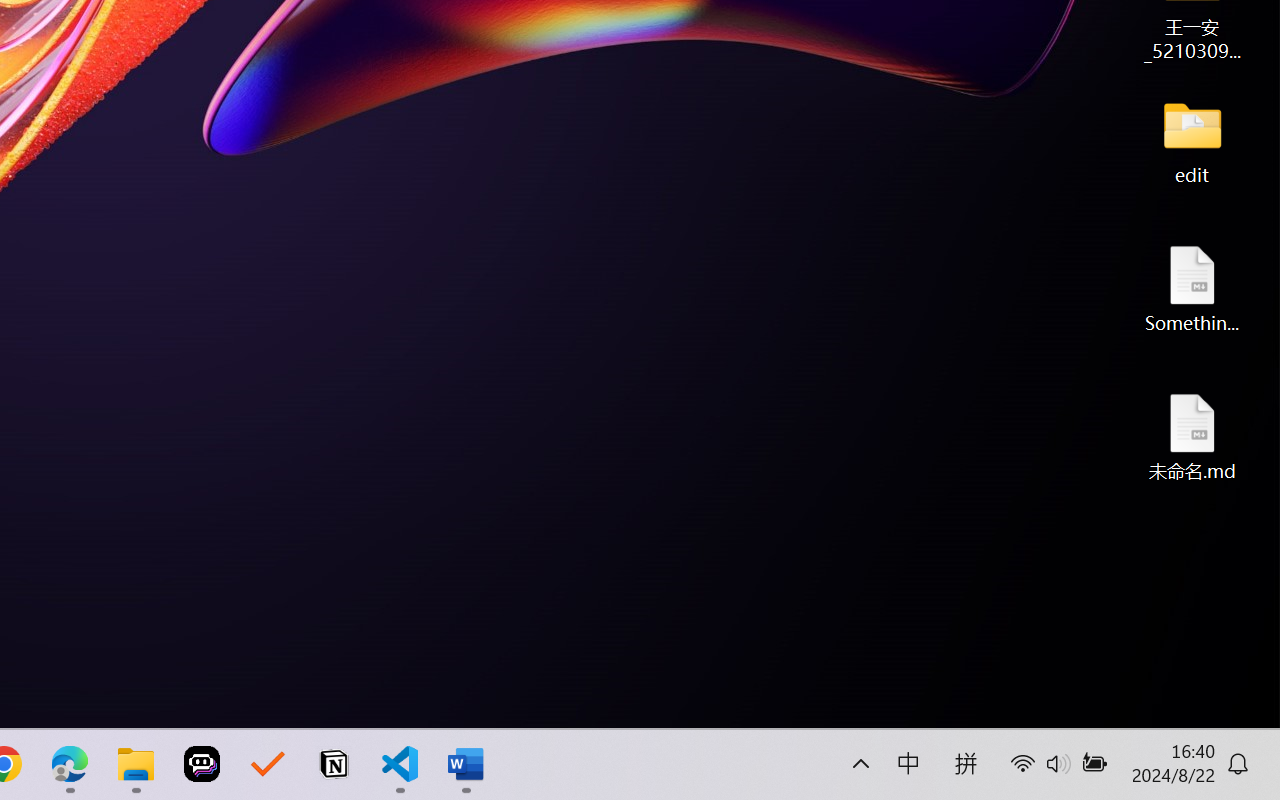 Image resolution: width=1280 pixels, height=800 pixels. What do you see at coordinates (202, 764) in the screenshot?
I see `'Poe'` at bounding box center [202, 764].